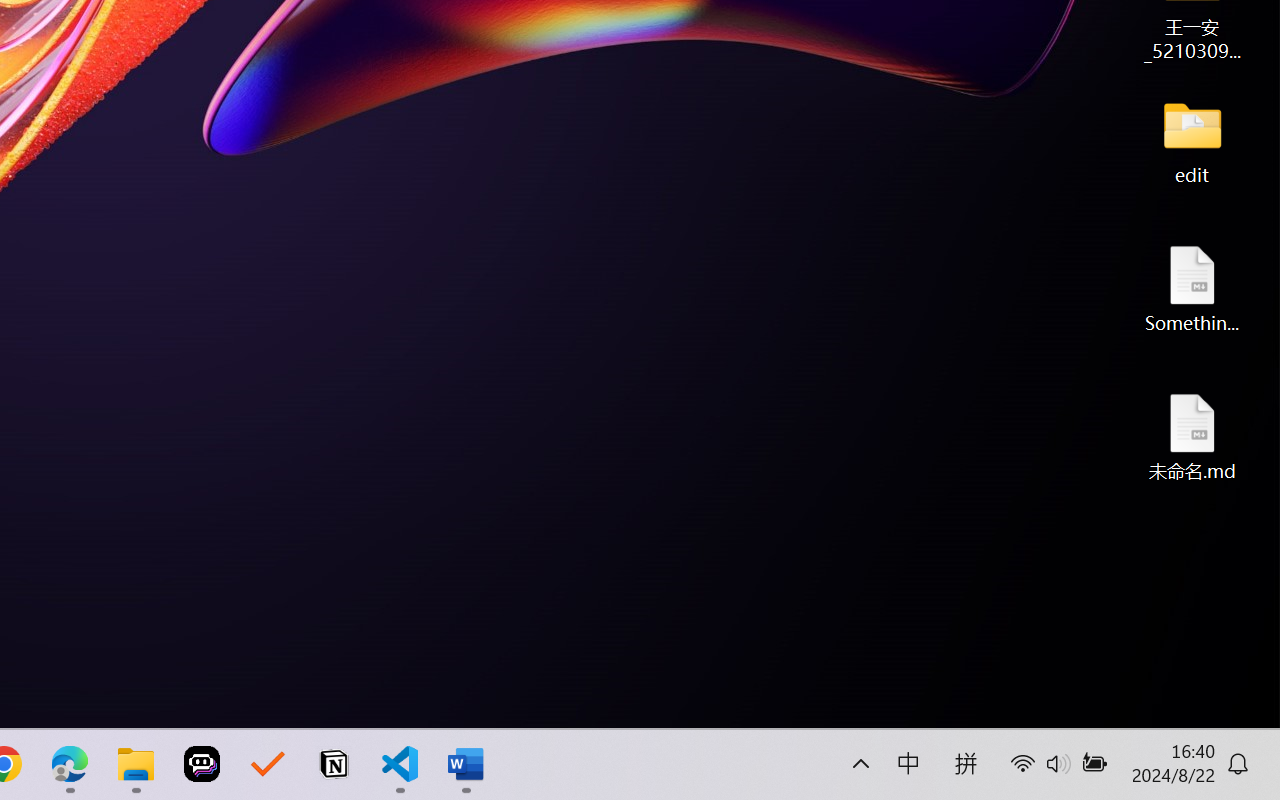 Image resolution: width=1280 pixels, height=800 pixels. What do you see at coordinates (202, 764) in the screenshot?
I see `'Poe'` at bounding box center [202, 764].